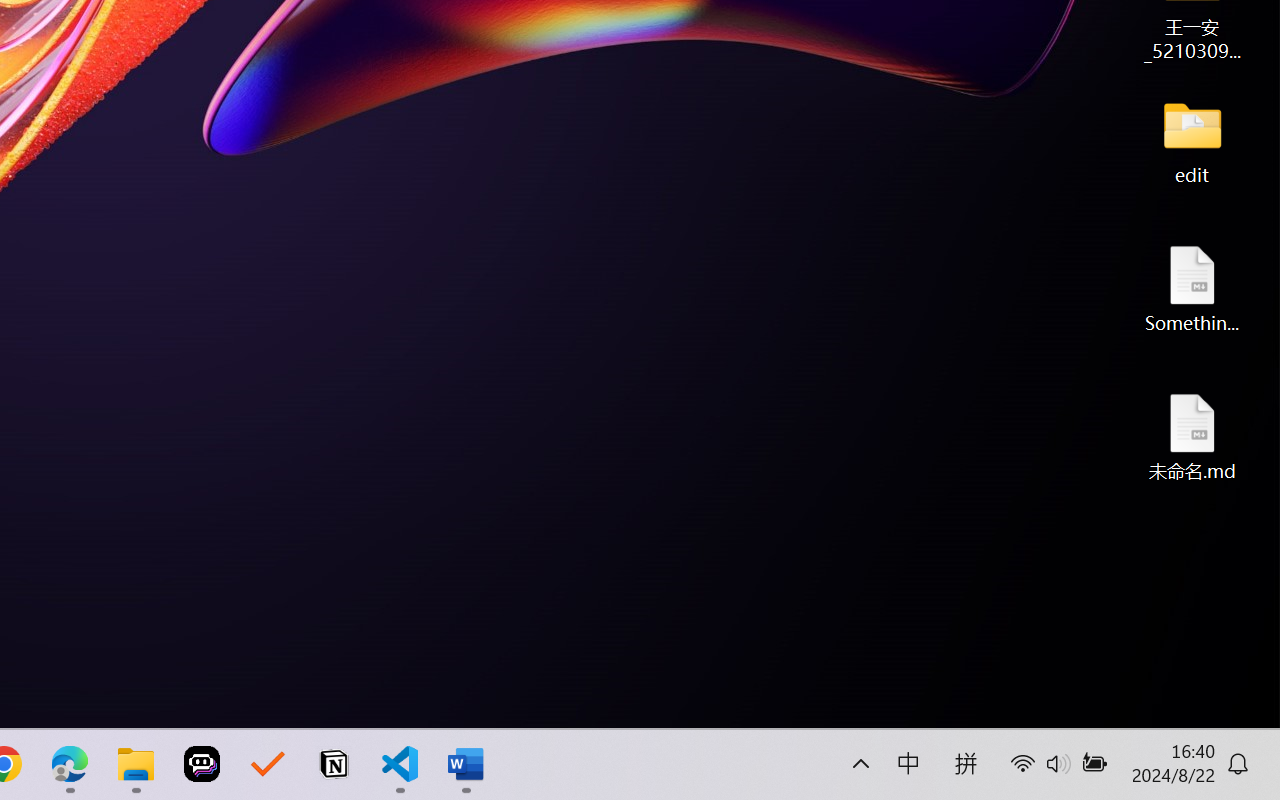 Image resolution: width=1280 pixels, height=800 pixels. What do you see at coordinates (202, 764) in the screenshot?
I see `'Poe'` at bounding box center [202, 764].